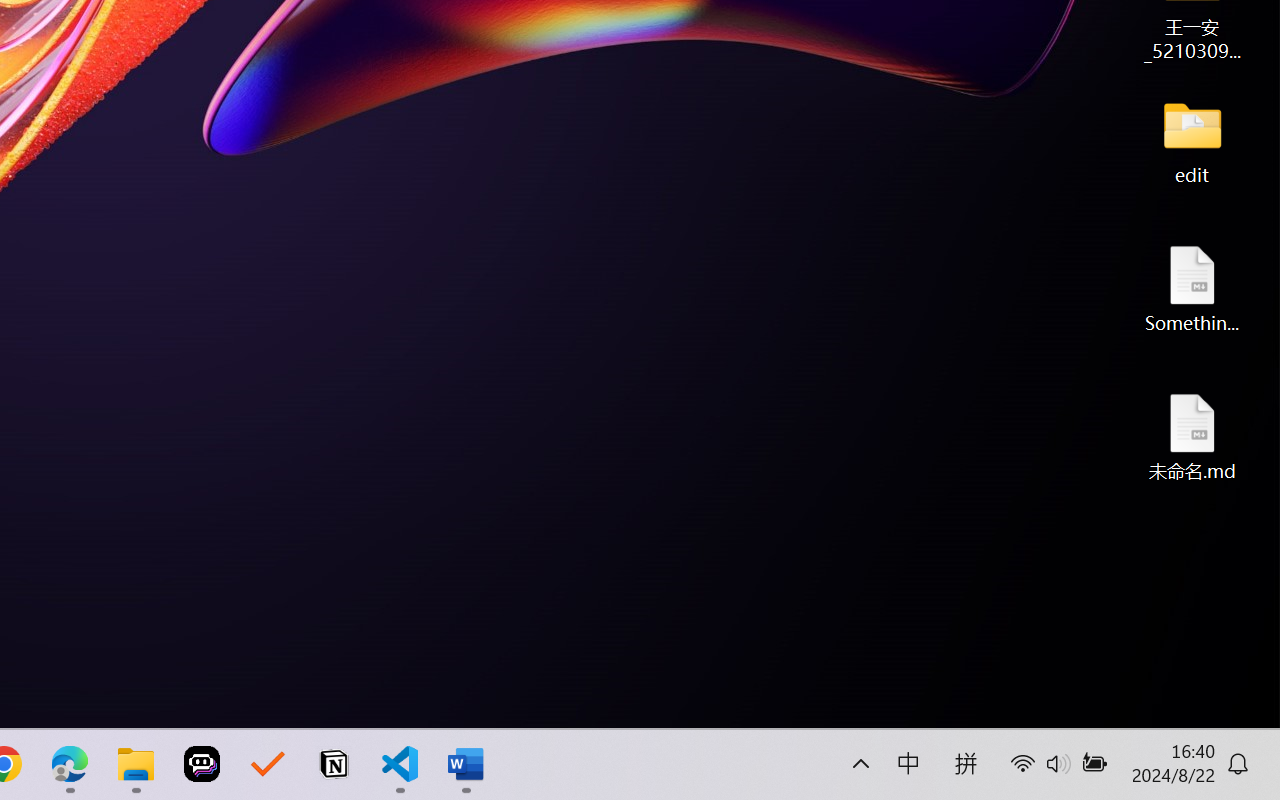 Image resolution: width=1280 pixels, height=800 pixels. What do you see at coordinates (202, 764) in the screenshot?
I see `'Poe'` at bounding box center [202, 764].